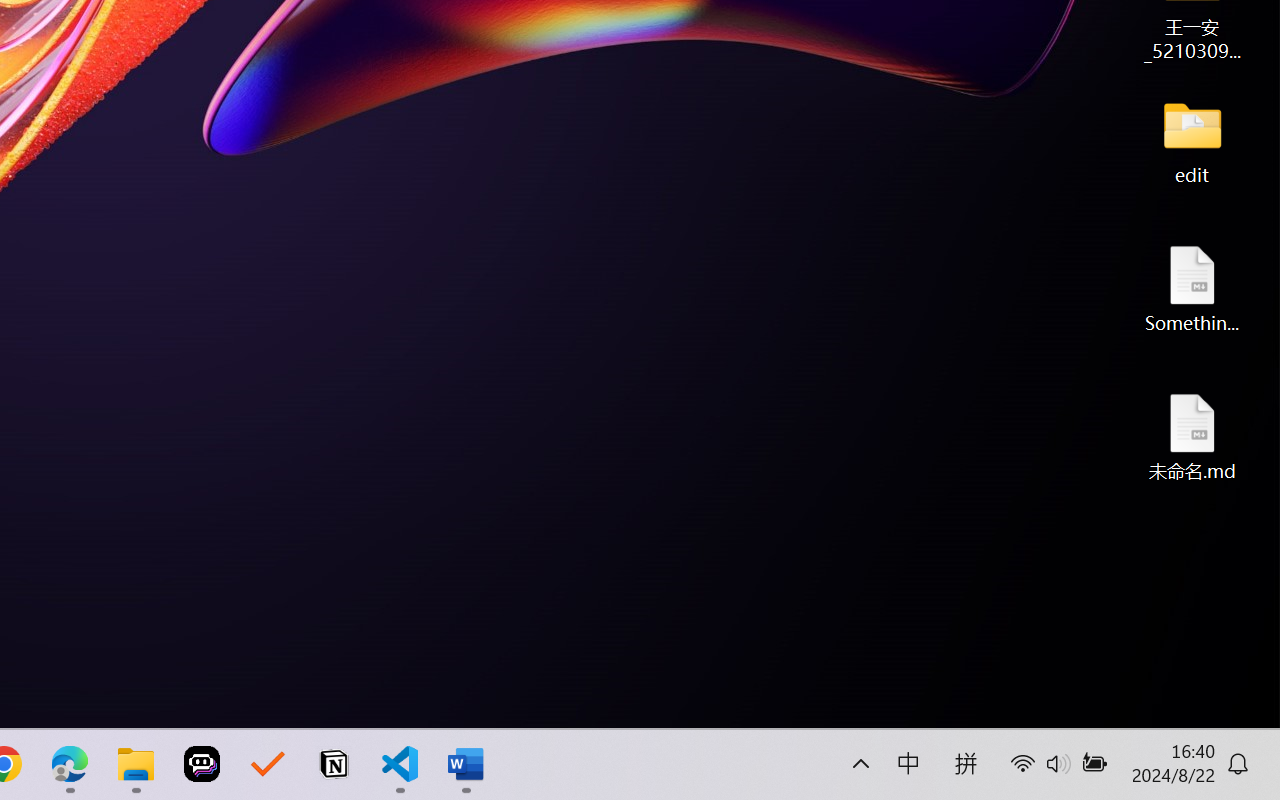 Image resolution: width=1280 pixels, height=800 pixels. What do you see at coordinates (202, 764) in the screenshot?
I see `'Poe'` at bounding box center [202, 764].